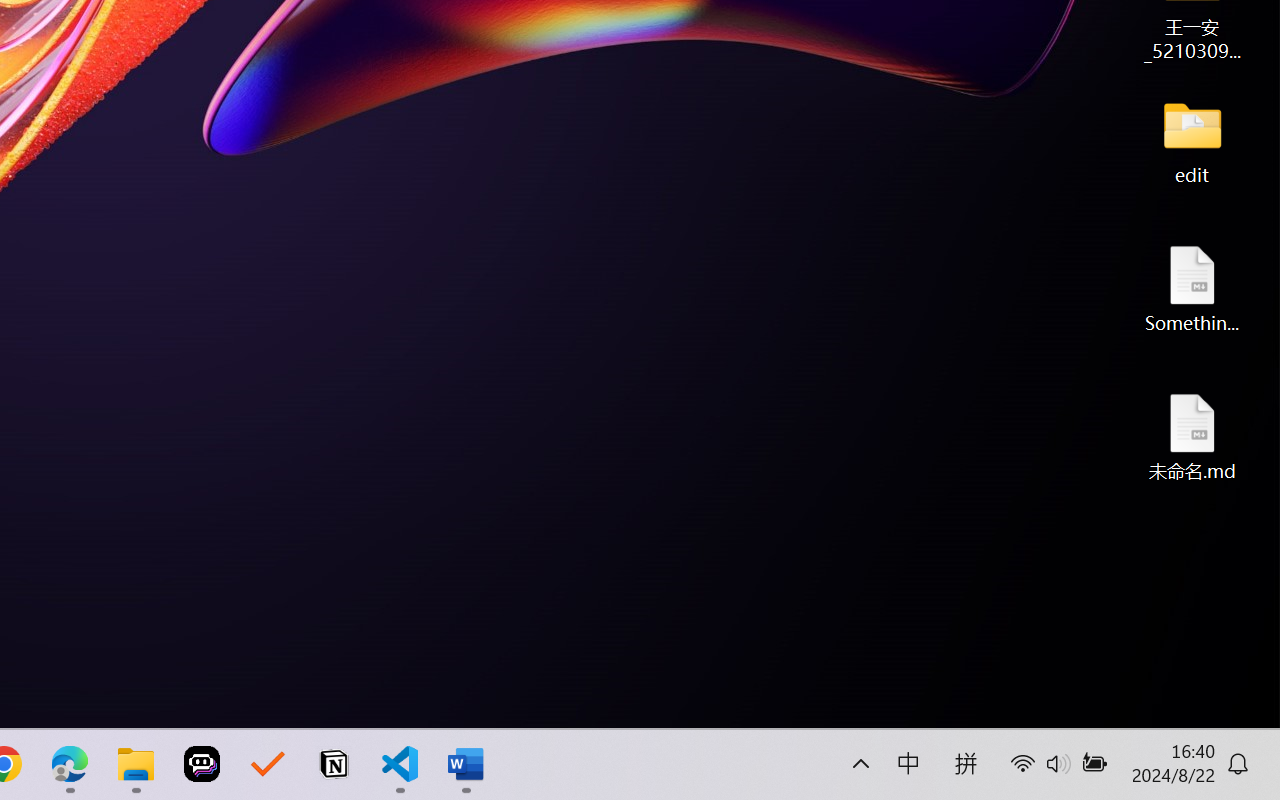 Image resolution: width=1280 pixels, height=800 pixels. What do you see at coordinates (202, 764) in the screenshot?
I see `'Poe'` at bounding box center [202, 764].